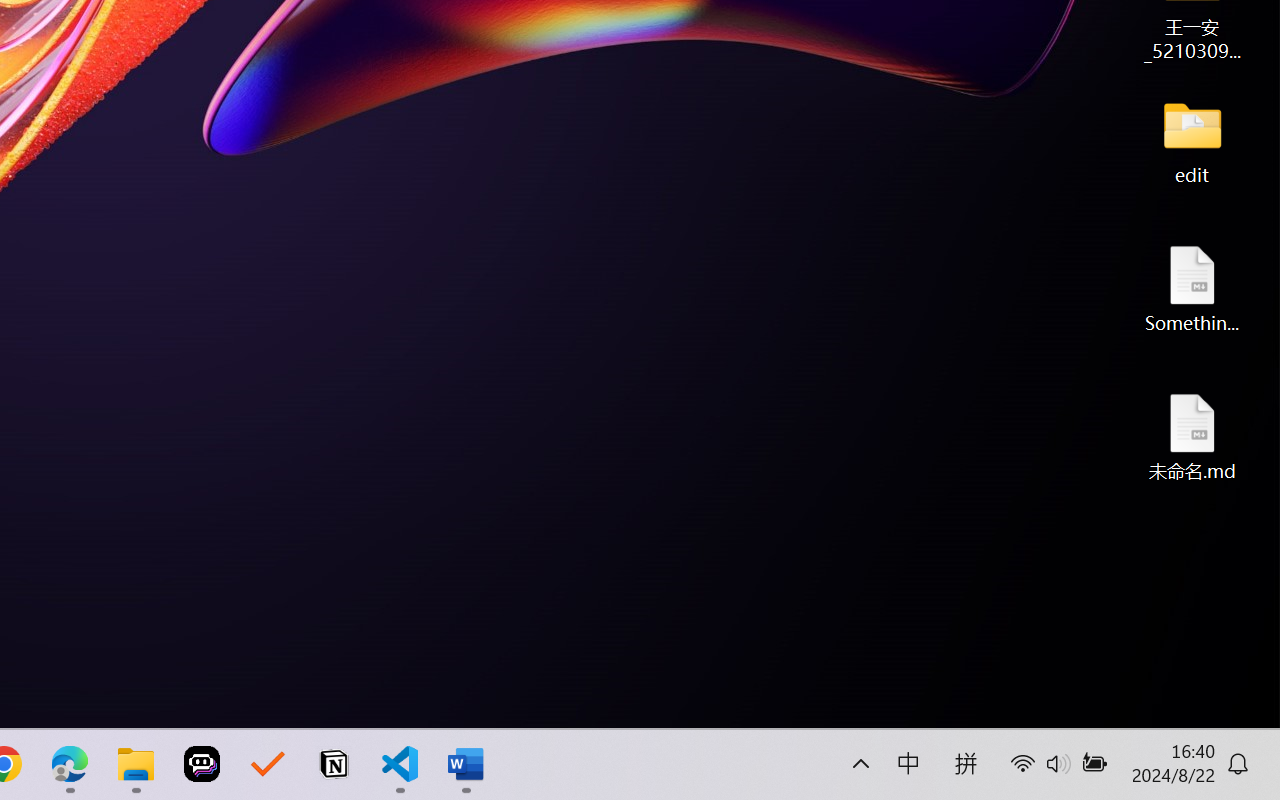 Image resolution: width=1280 pixels, height=800 pixels. What do you see at coordinates (202, 764) in the screenshot?
I see `'Poe'` at bounding box center [202, 764].